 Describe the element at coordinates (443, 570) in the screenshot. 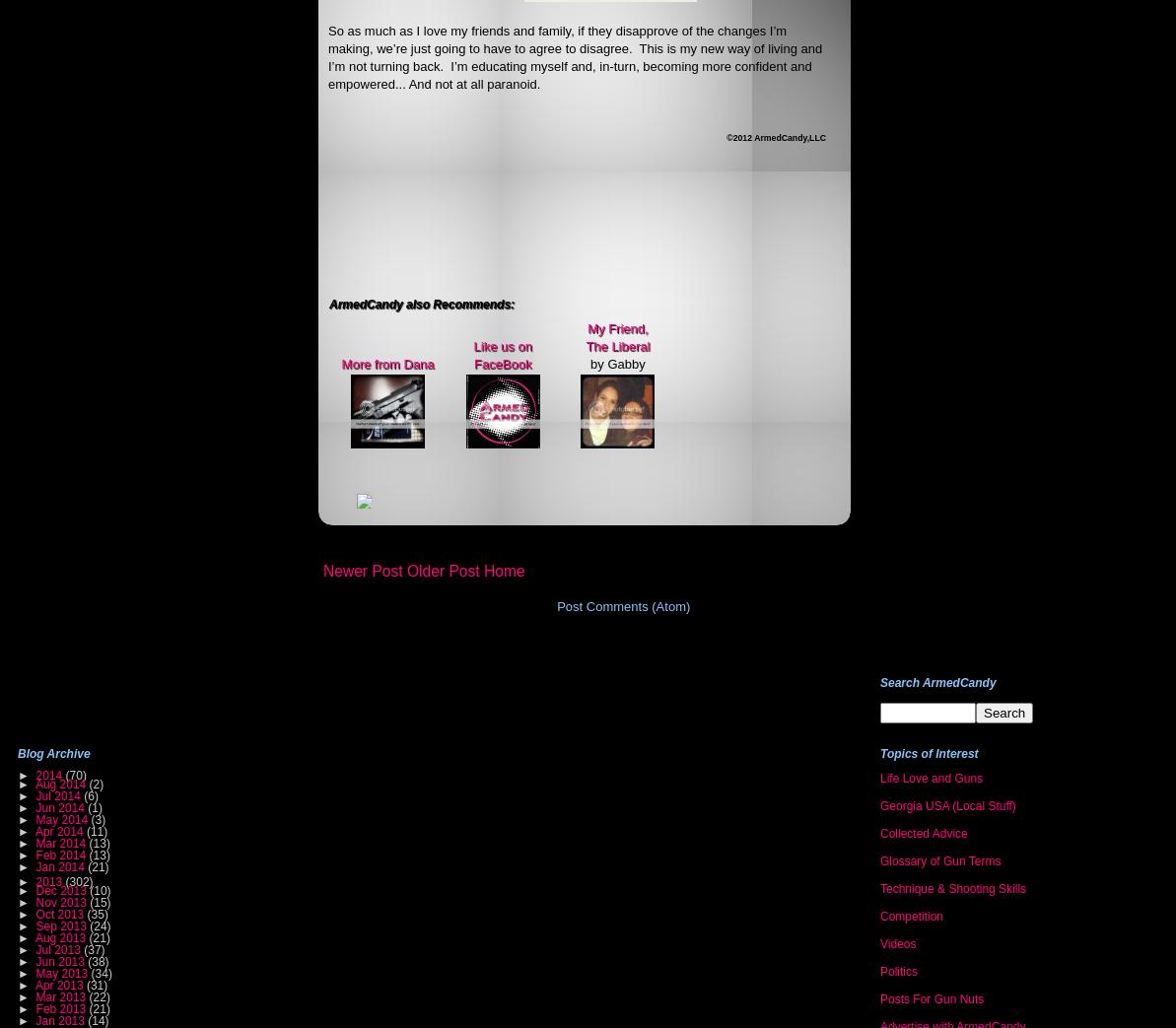

I see `'Older Post'` at that location.